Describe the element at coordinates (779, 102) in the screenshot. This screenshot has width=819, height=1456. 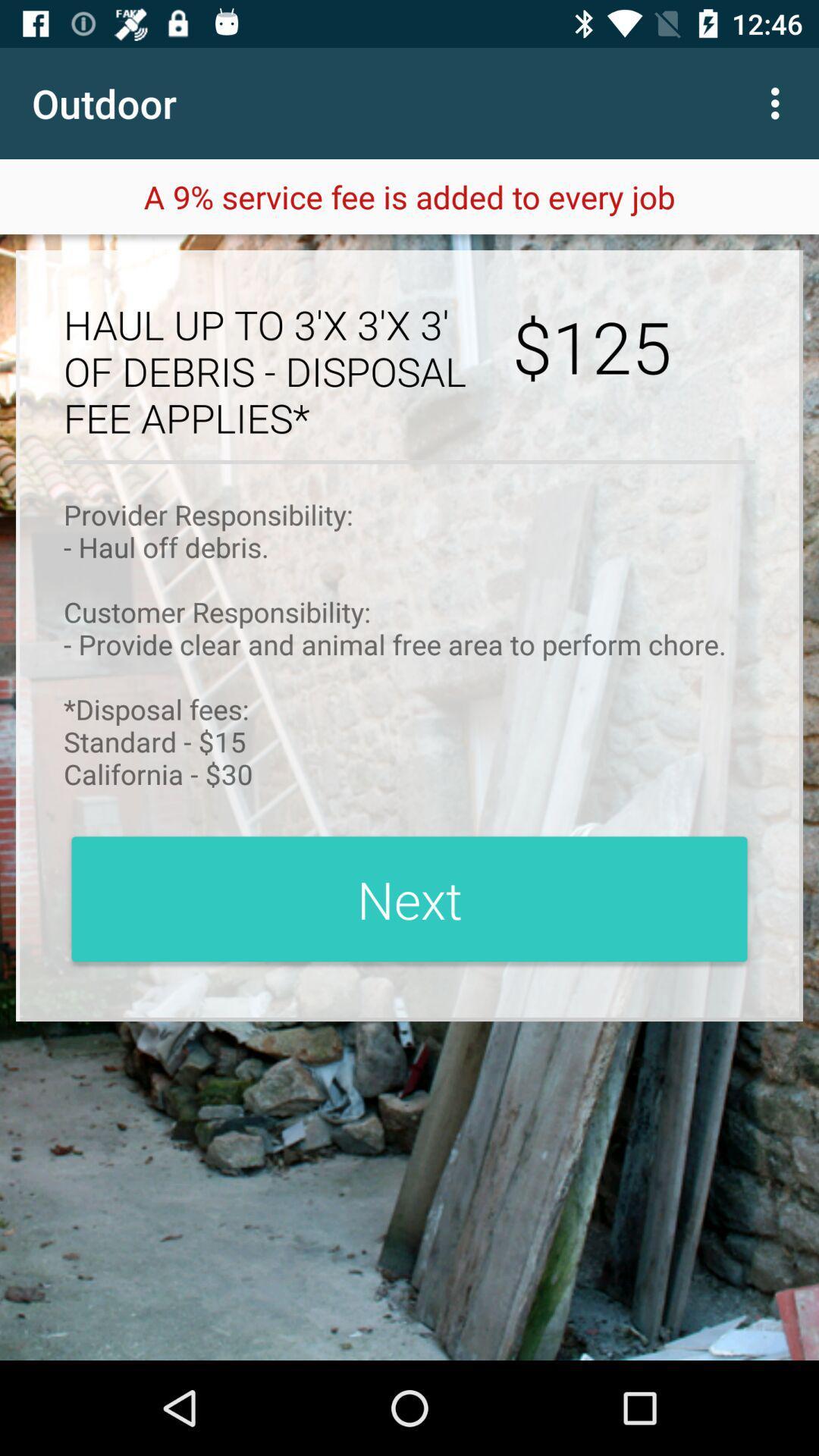
I see `item next to the outdoor item` at that location.